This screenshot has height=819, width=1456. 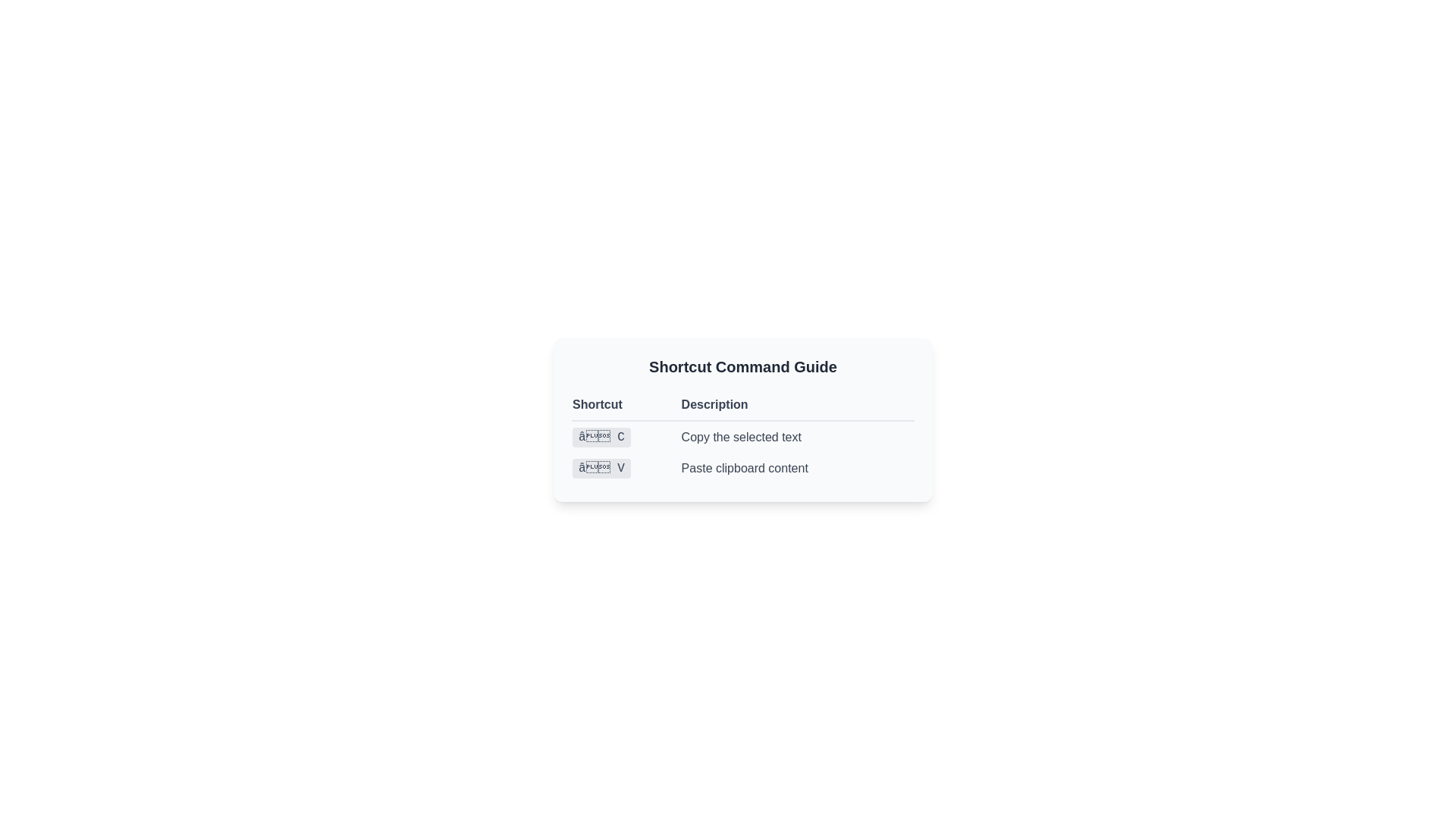 I want to click on the Text label that describes the keyboard shortcut '⌘ C' for copying selected text, so click(x=742, y=436).